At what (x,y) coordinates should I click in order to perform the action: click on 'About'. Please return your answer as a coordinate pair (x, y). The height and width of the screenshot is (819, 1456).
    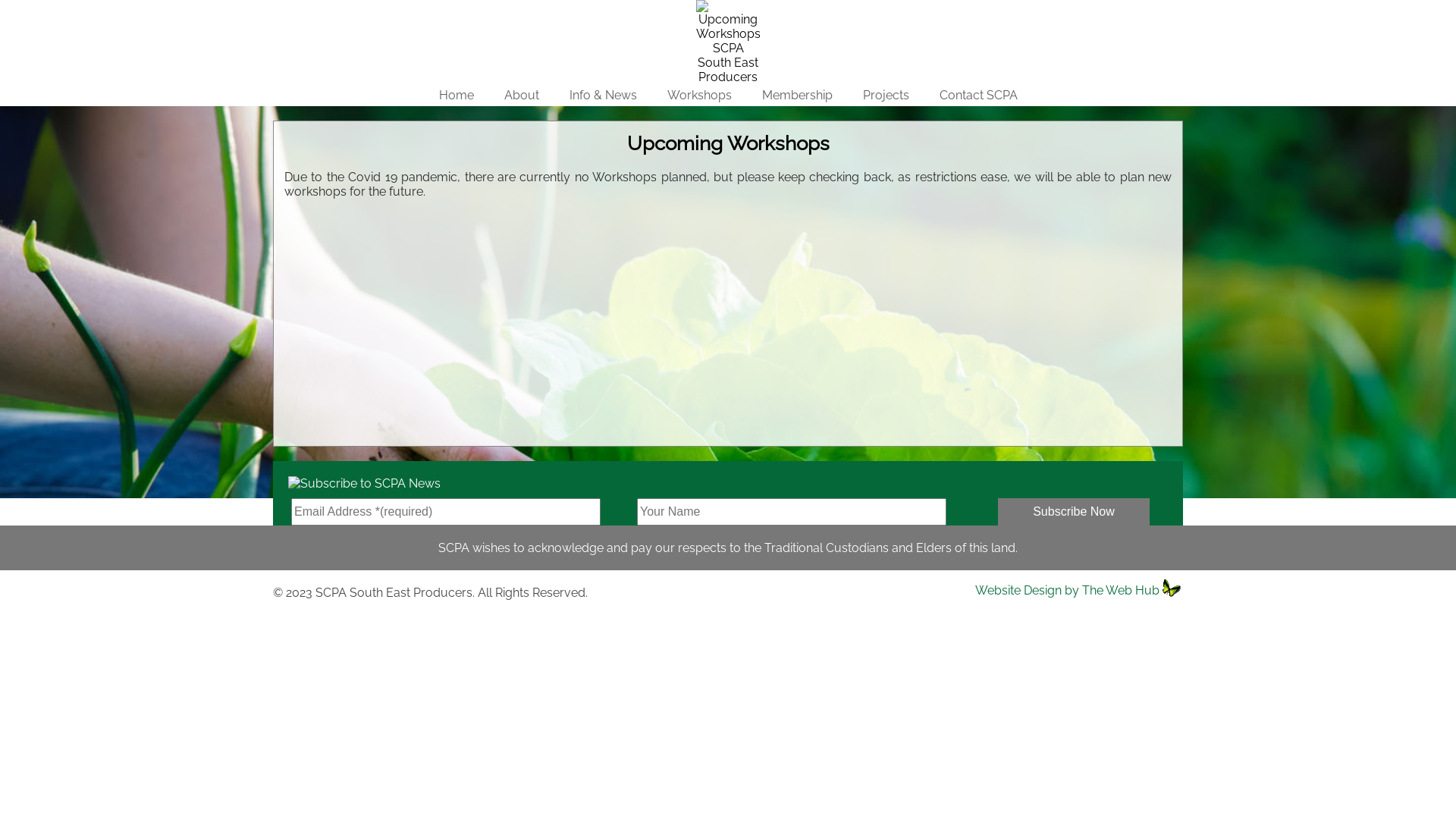
    Looking at the image, I should click on (520, 11).